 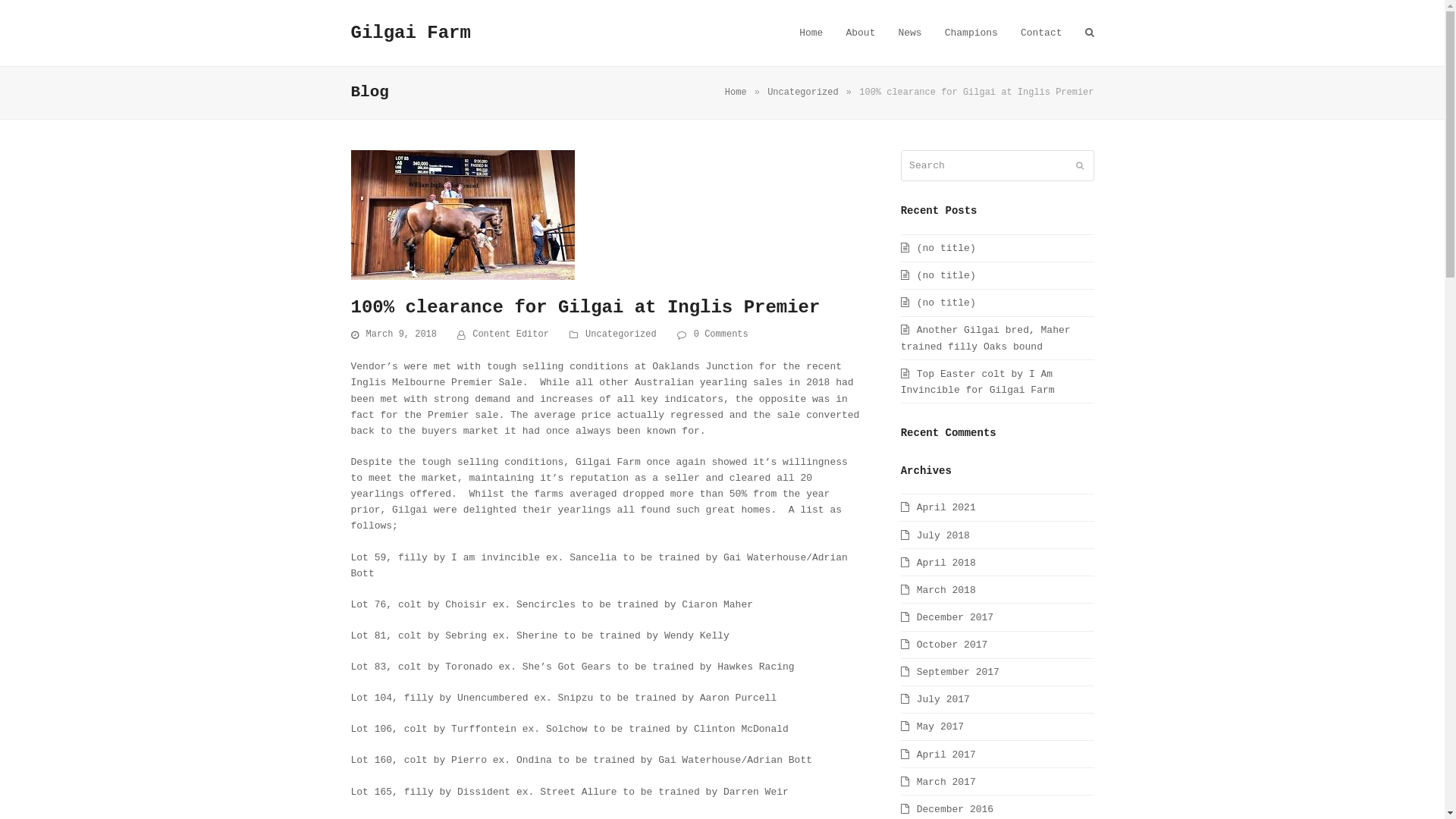 I want to click on '(no title)', so click(x=937, y=275).